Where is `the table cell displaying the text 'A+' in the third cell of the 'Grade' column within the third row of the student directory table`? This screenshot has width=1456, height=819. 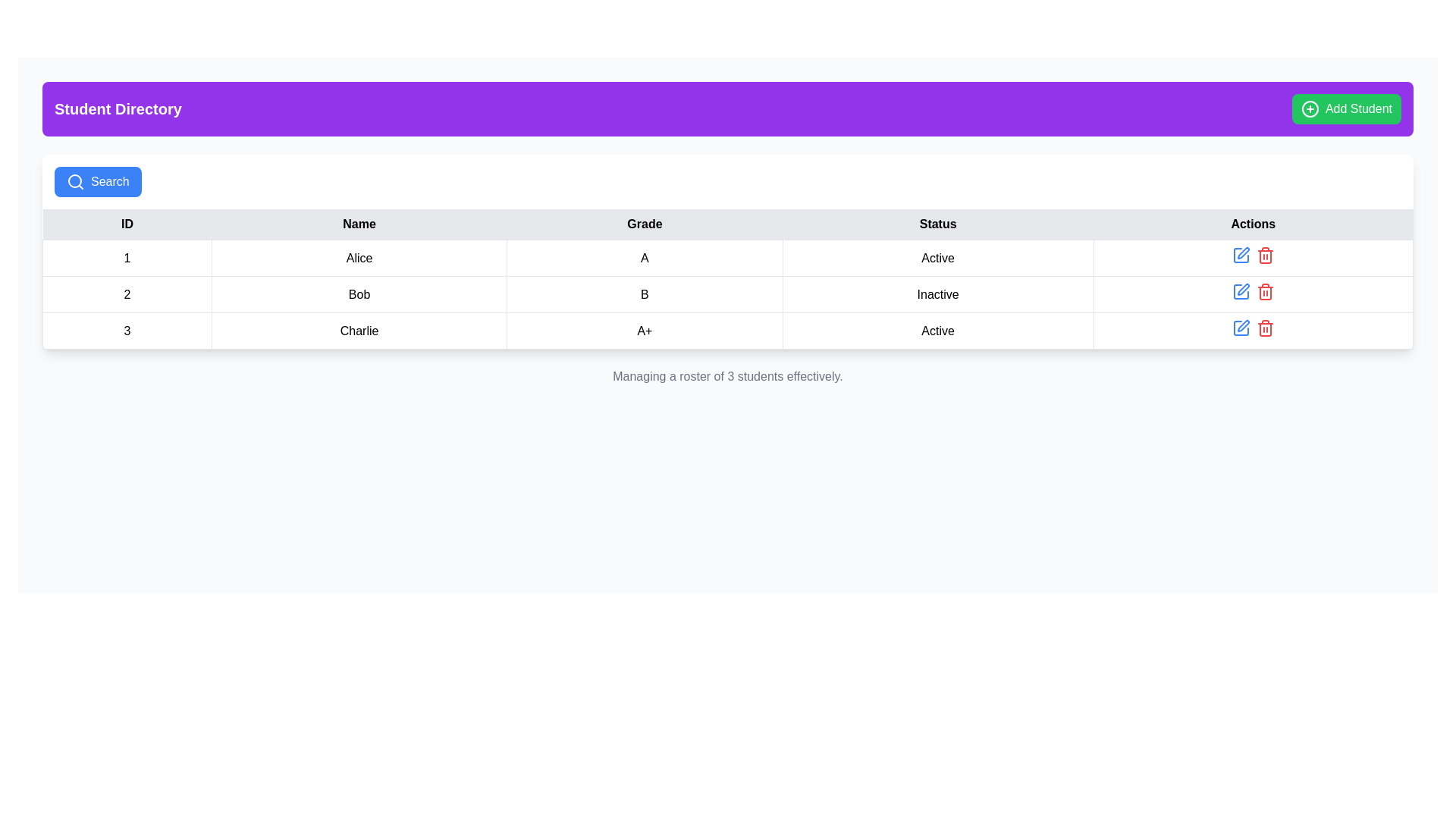
the table cell displaying the text 'A+' in the third cell of the 'Grade' column within the third row of the student directory table is located at coordinates (645, 330).